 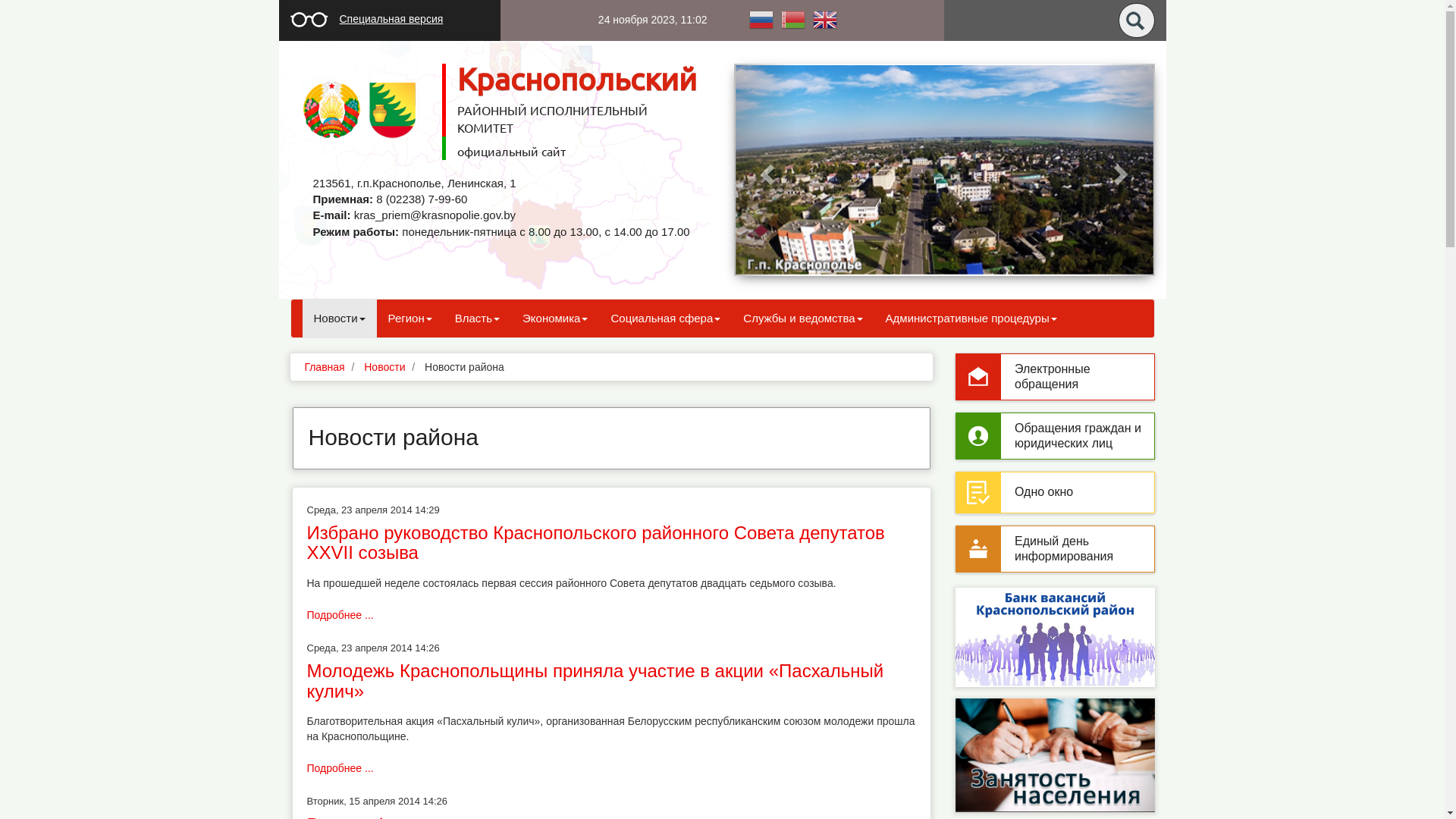 What do you see at coordinates (792, 18) in the screenshot?
I see `'Belarusian'` at bounding box center [792, 18].